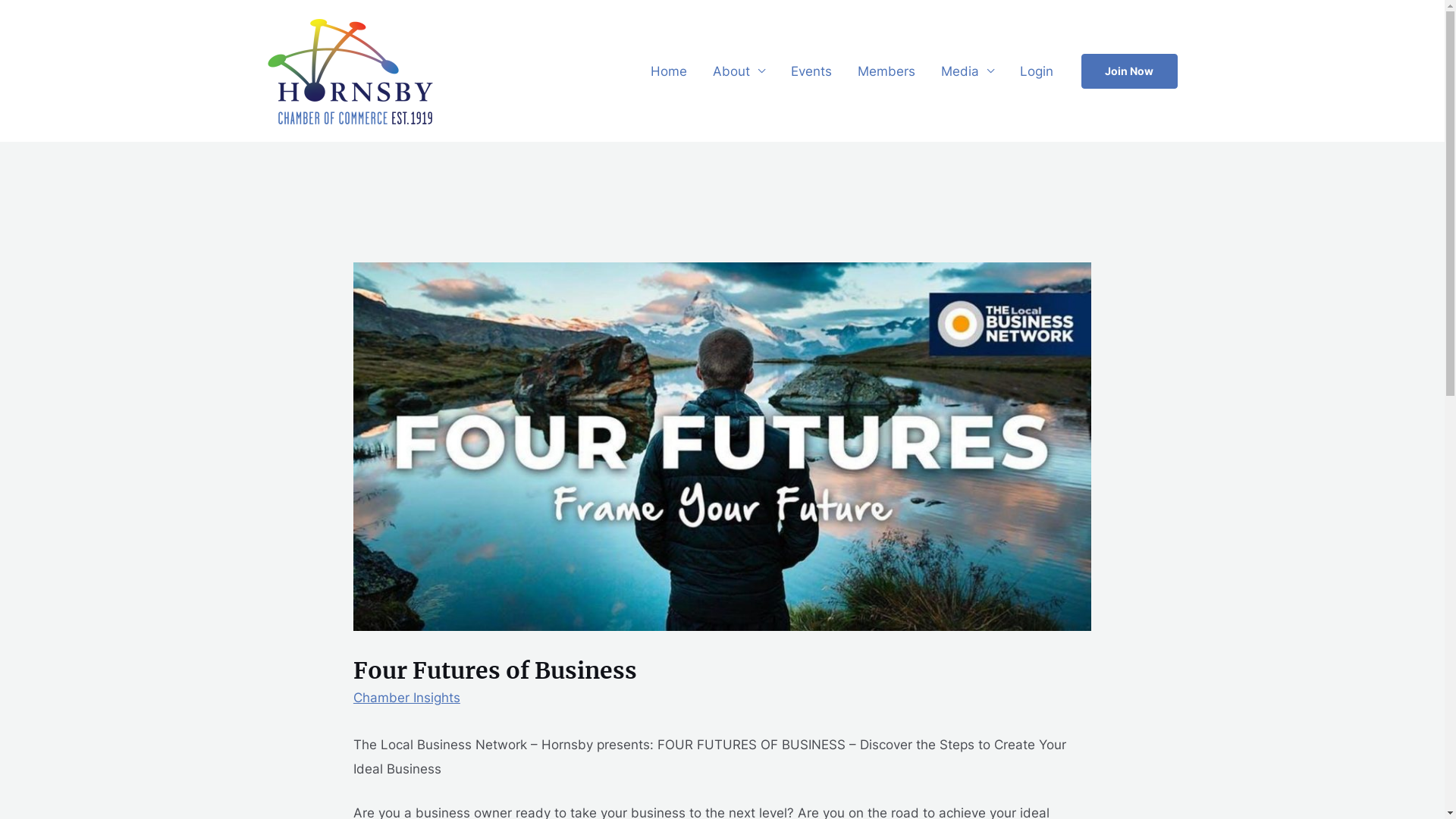 This screenshot has height=819, width=1456. I want to click on 'Join Now', so click(1080, 70).